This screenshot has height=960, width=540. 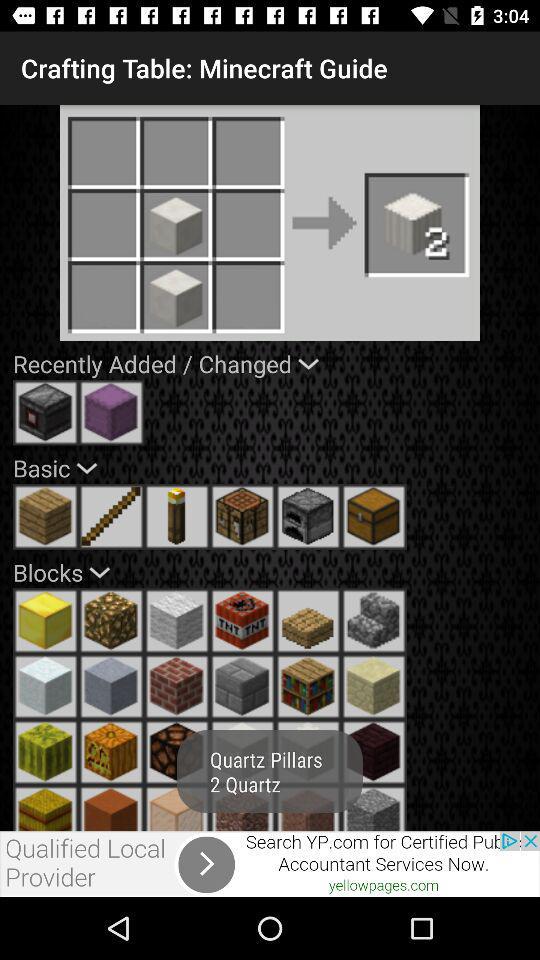 What do you see at coordinates (177, 620) in the screenshot?
I see `image` at bounding box center [177, 620].